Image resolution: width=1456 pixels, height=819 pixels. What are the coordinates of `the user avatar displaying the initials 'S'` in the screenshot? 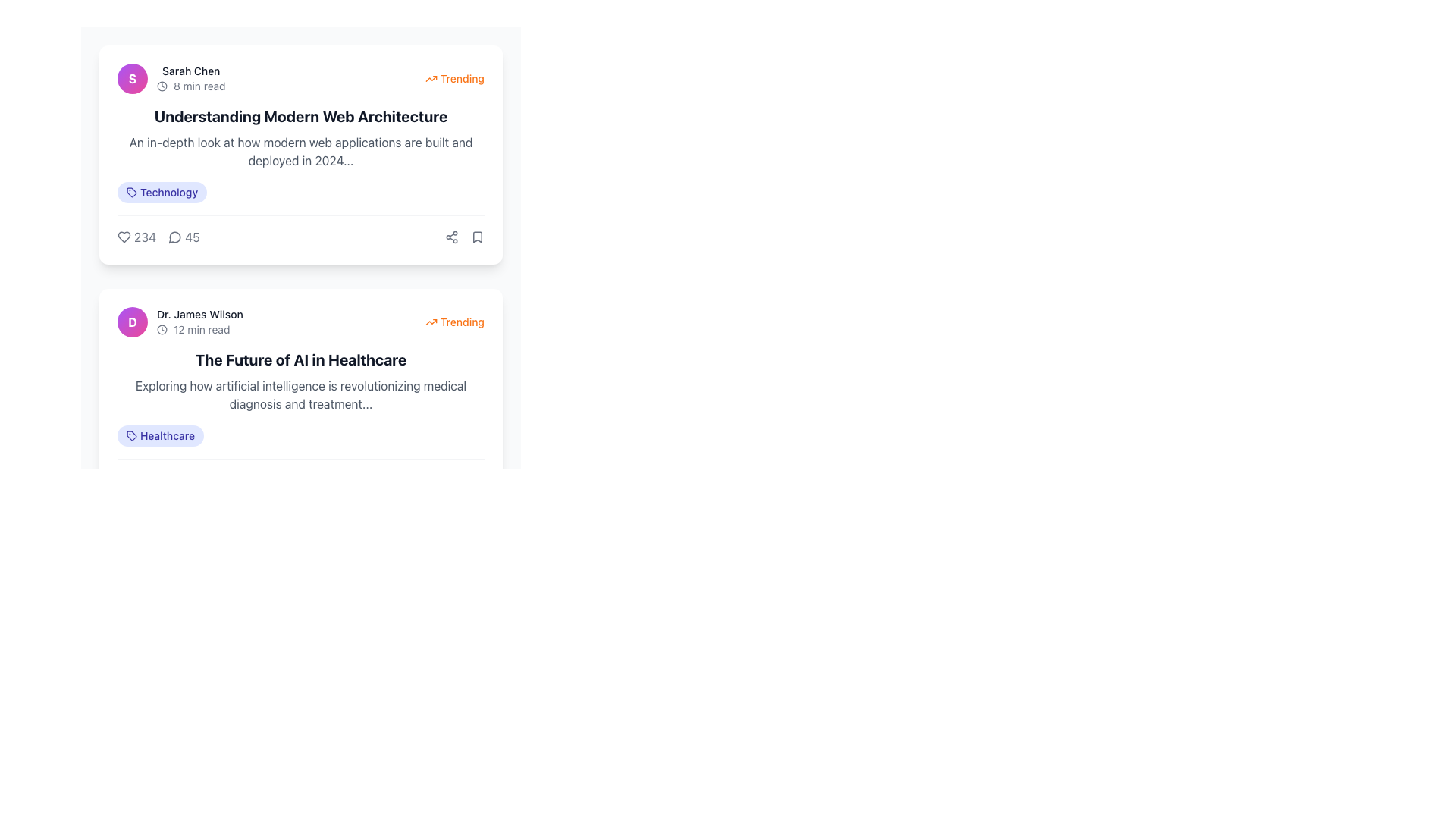 It's located at (301, 79).